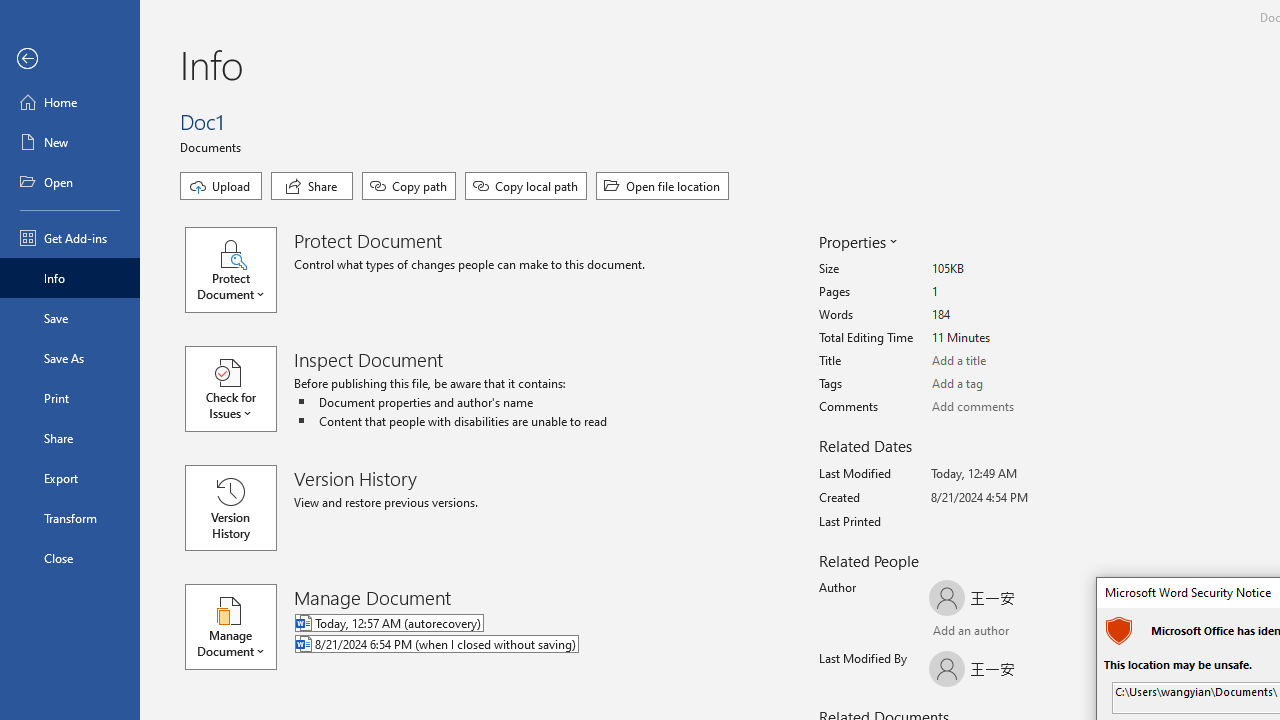 This screenshot has width=1280, height=720. What do you see at coordinates (69, 140) in the screenshot?
I see `'New'` at bounding box center [69, 140].